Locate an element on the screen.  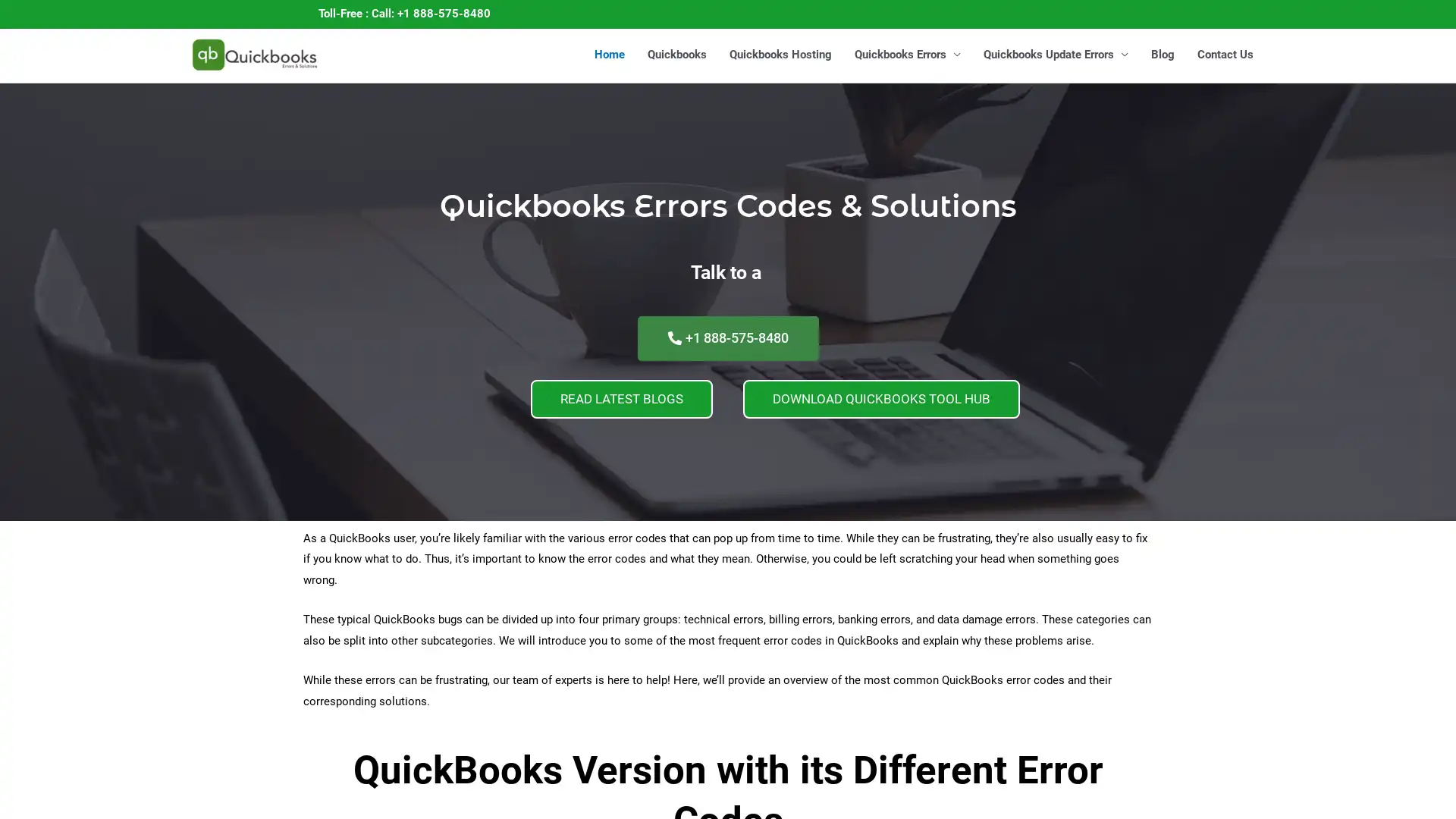
+1 888-575-8480 is located at coordinates (726, 337).